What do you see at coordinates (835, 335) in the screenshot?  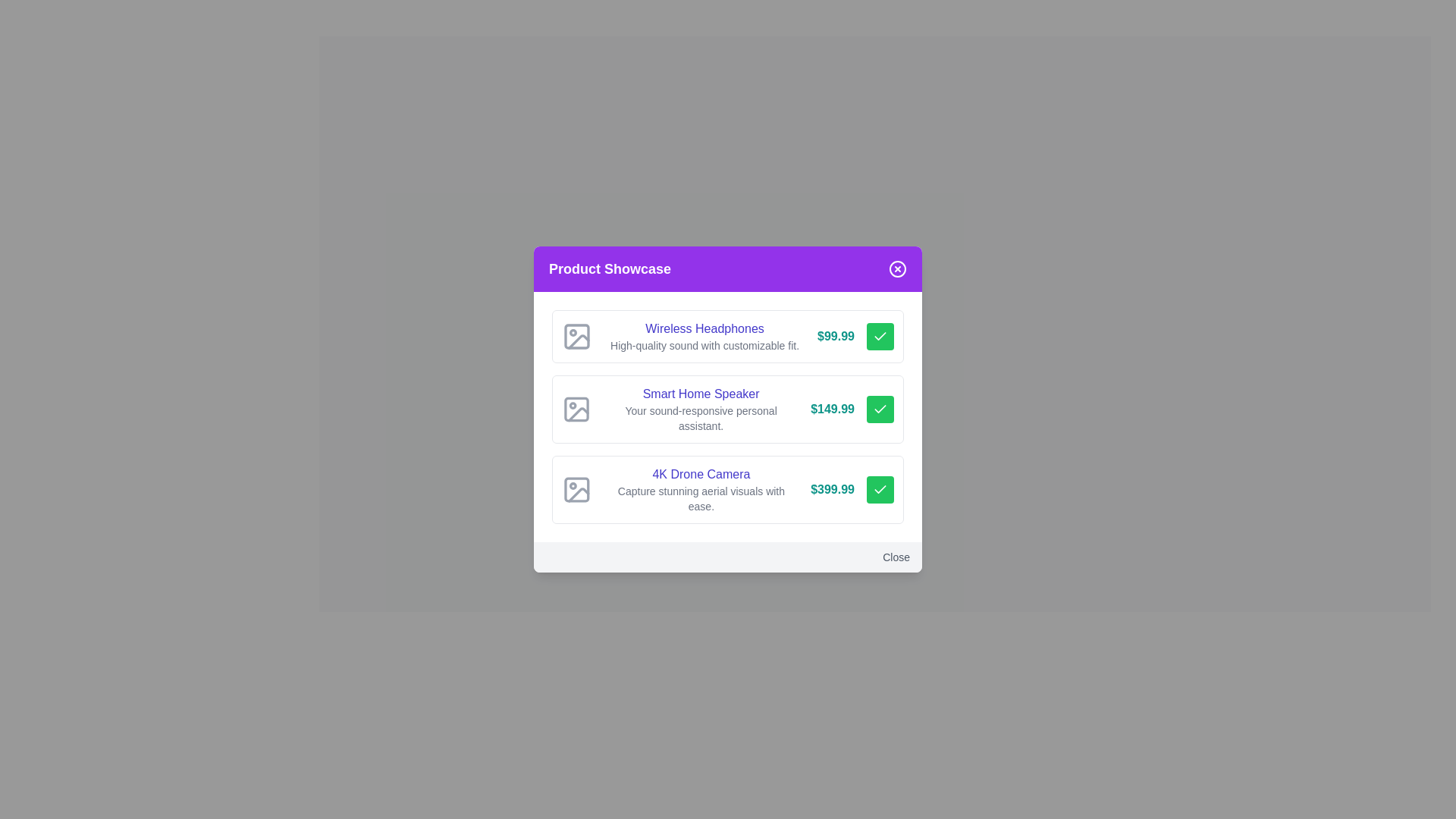 I see `the Text Label displaying '$99.99' in bold teal color, positioned to the right of 'Wireless Headphones' and above the green checkmark button` at bounding box center [835, 335].